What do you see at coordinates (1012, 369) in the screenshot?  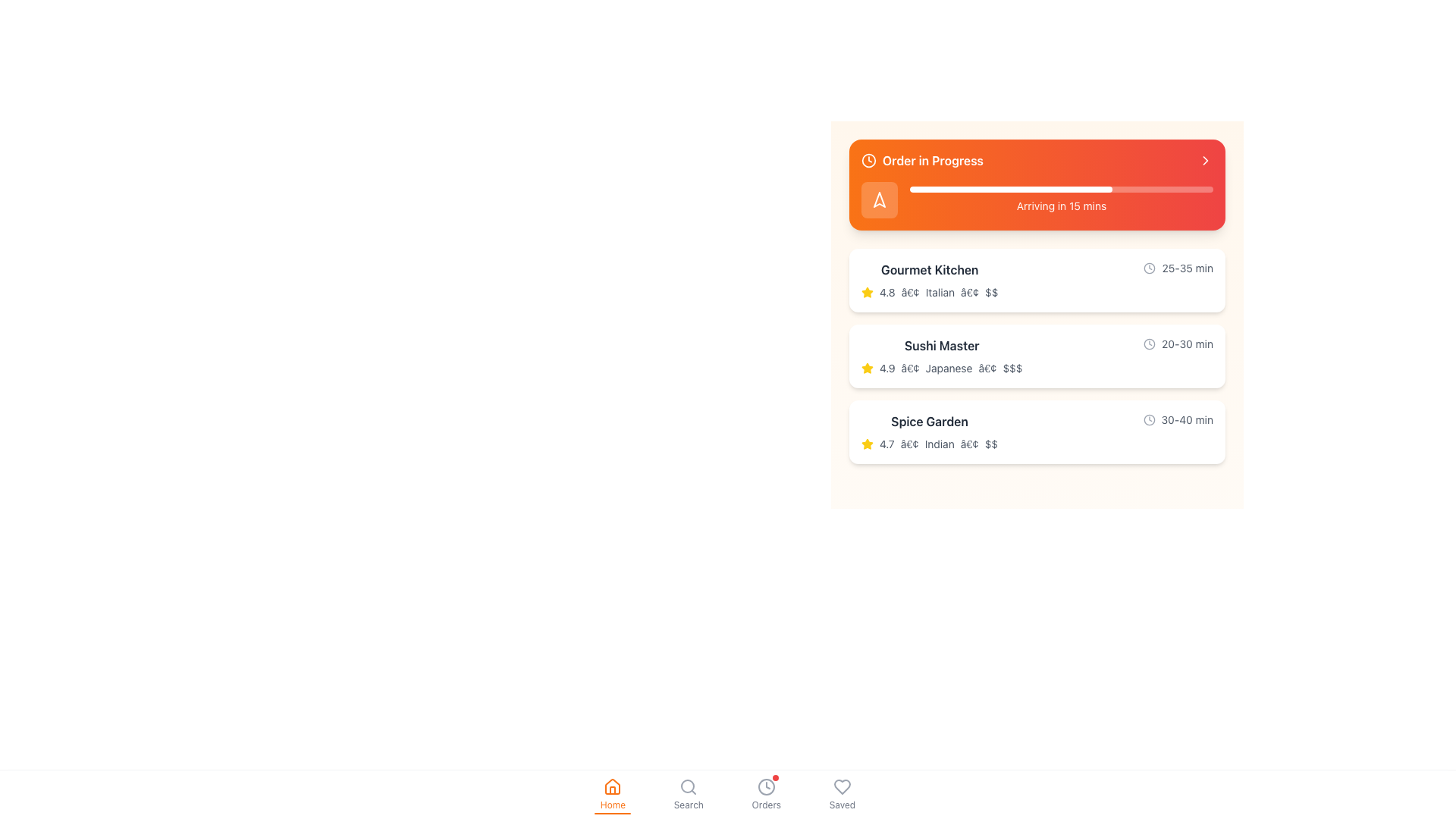 I see `the Text label displaying three dollar signs ($$$) indicating a price range under 'Sushi Master' in the second row of the list` at bounding box center [1012, 369].